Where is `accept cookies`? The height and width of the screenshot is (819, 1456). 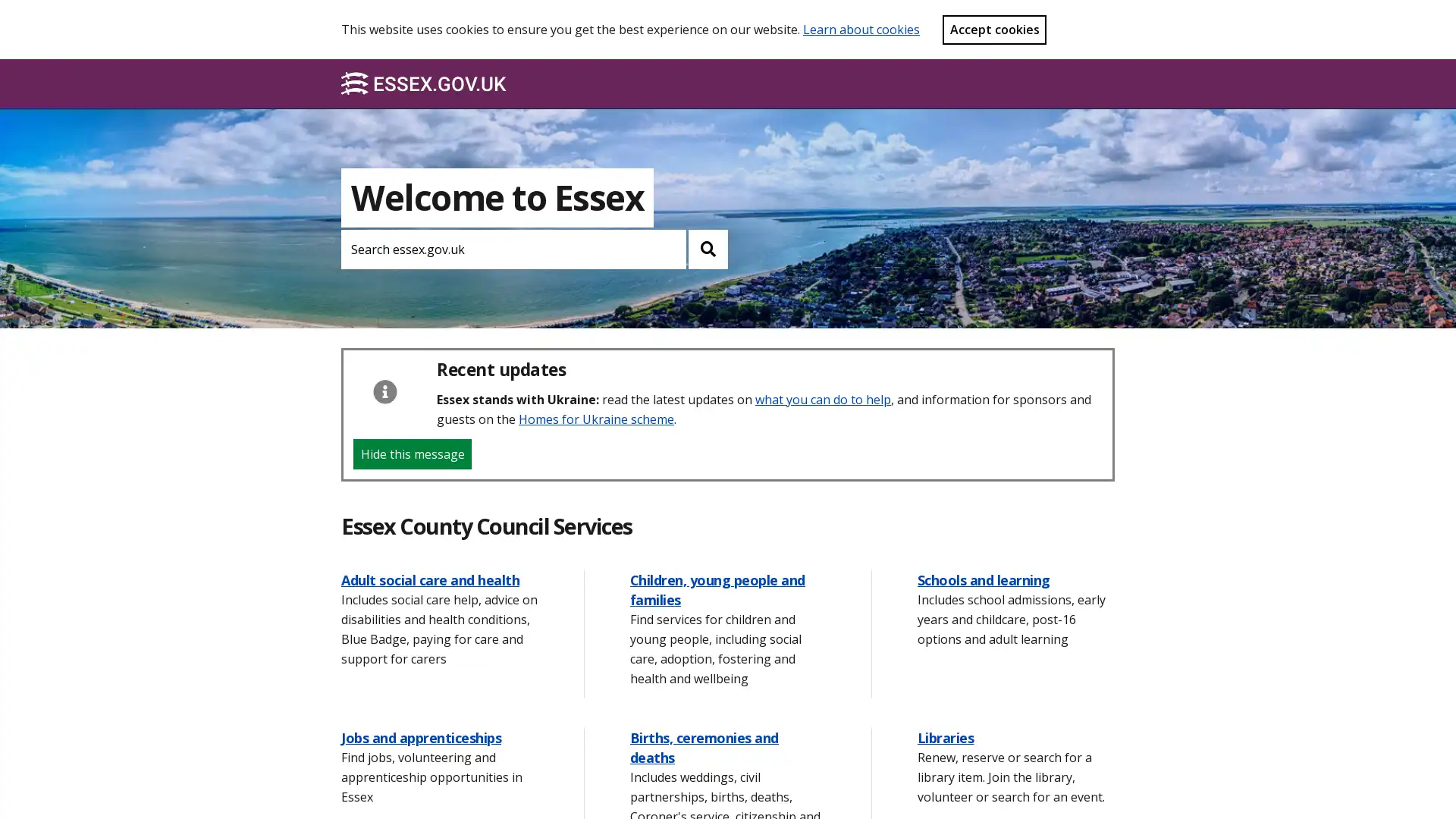 accept cookies is located at coordinates (994, 29).